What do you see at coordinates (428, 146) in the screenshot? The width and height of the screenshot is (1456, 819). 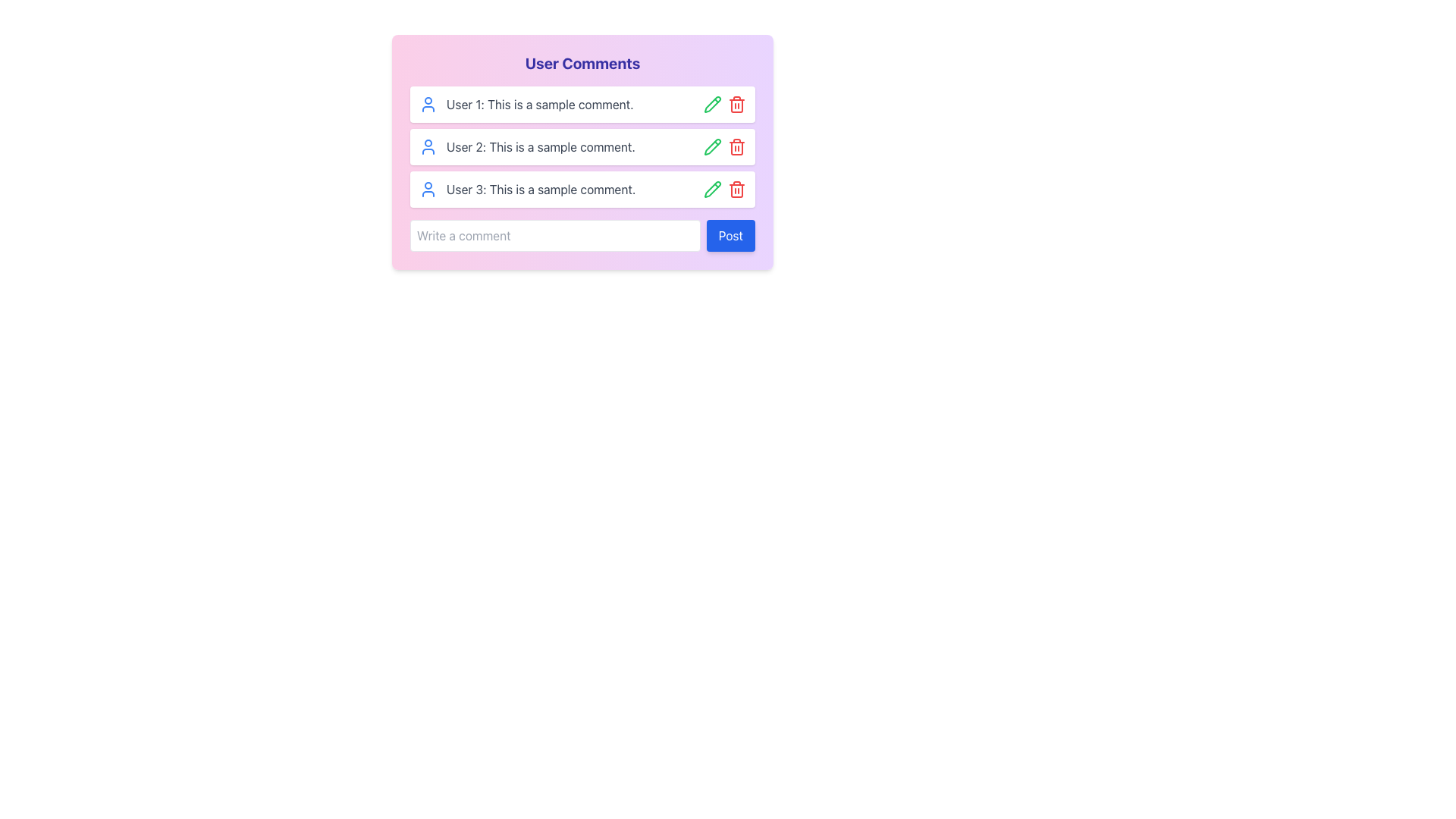 I see `the user avatar icon located next to the comment 'User 2: This is a sample comment.'` at bounding box center [428, 146].